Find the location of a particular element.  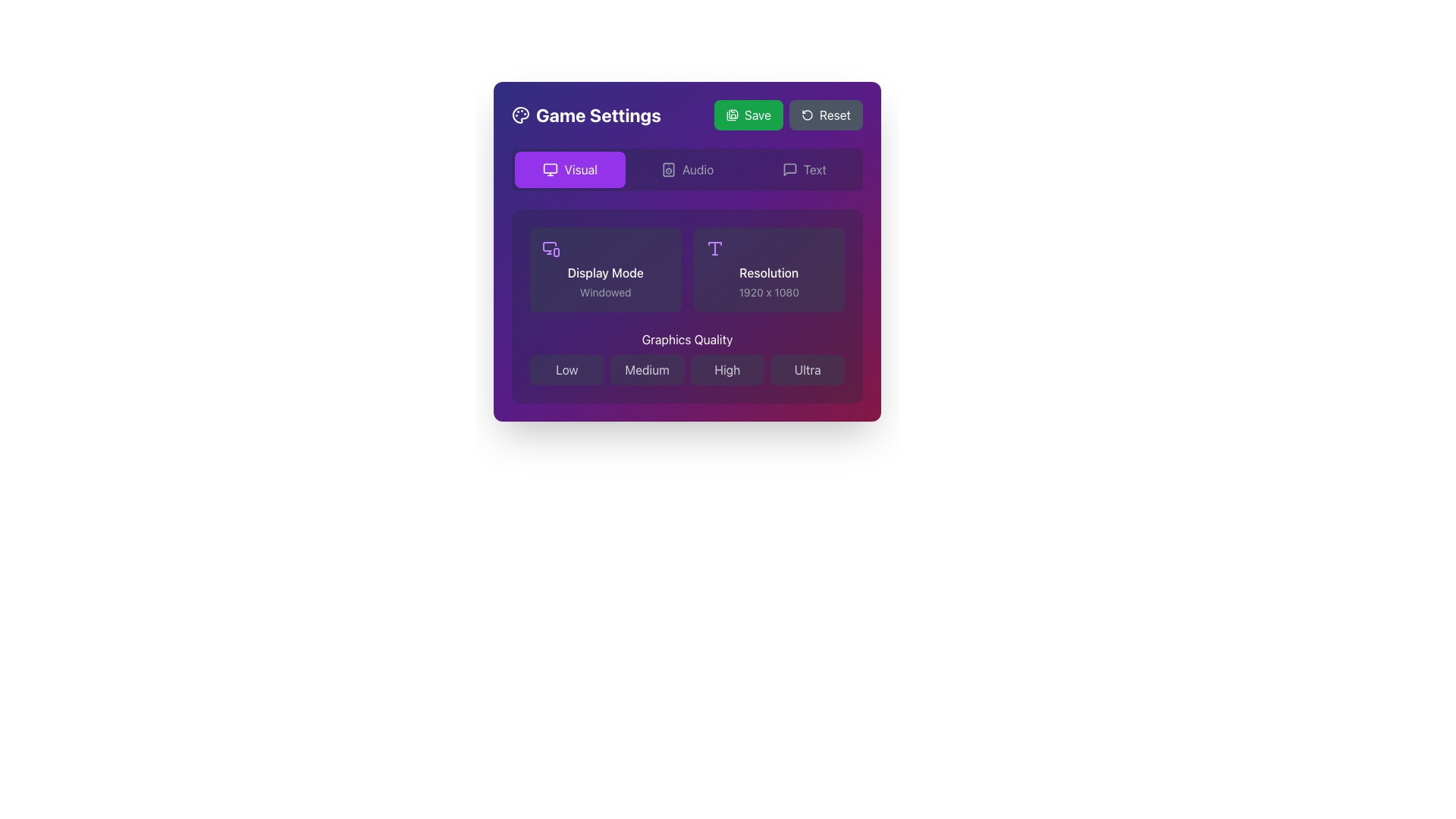

the last button in the horizontal layout of the main settings panel is located at coordinates (803, 169).